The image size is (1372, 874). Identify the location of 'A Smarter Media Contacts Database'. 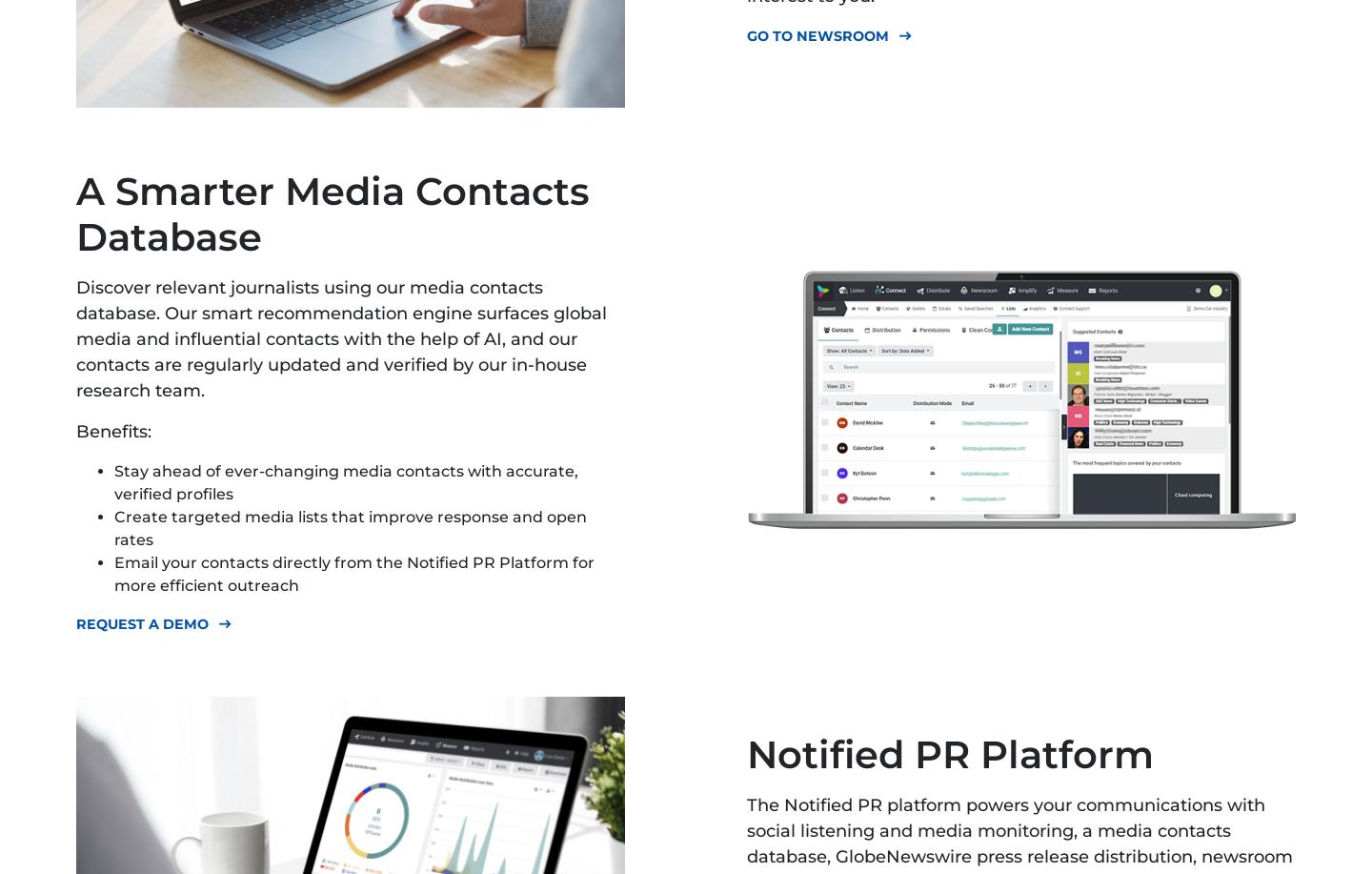
(76, 213).